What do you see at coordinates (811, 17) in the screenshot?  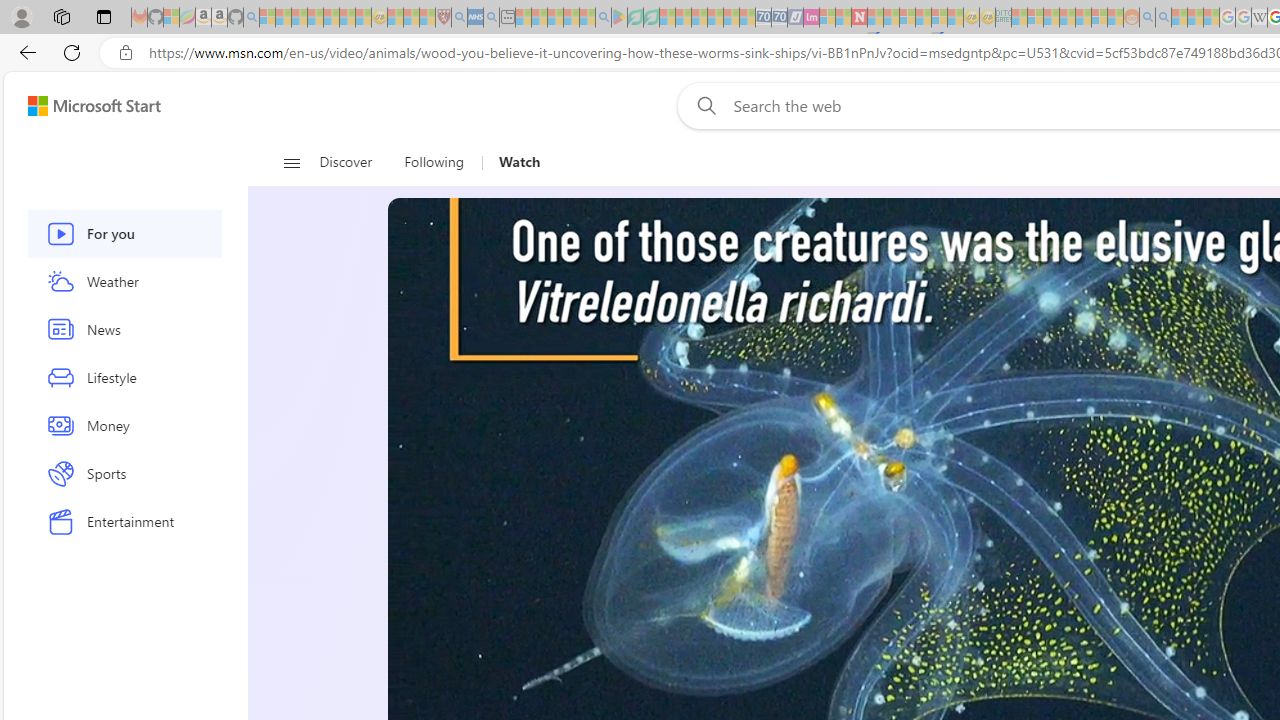 I see `'Jobs - lastminute.com Investor Portal - Sleeping'` at bounding box center [811, 17].